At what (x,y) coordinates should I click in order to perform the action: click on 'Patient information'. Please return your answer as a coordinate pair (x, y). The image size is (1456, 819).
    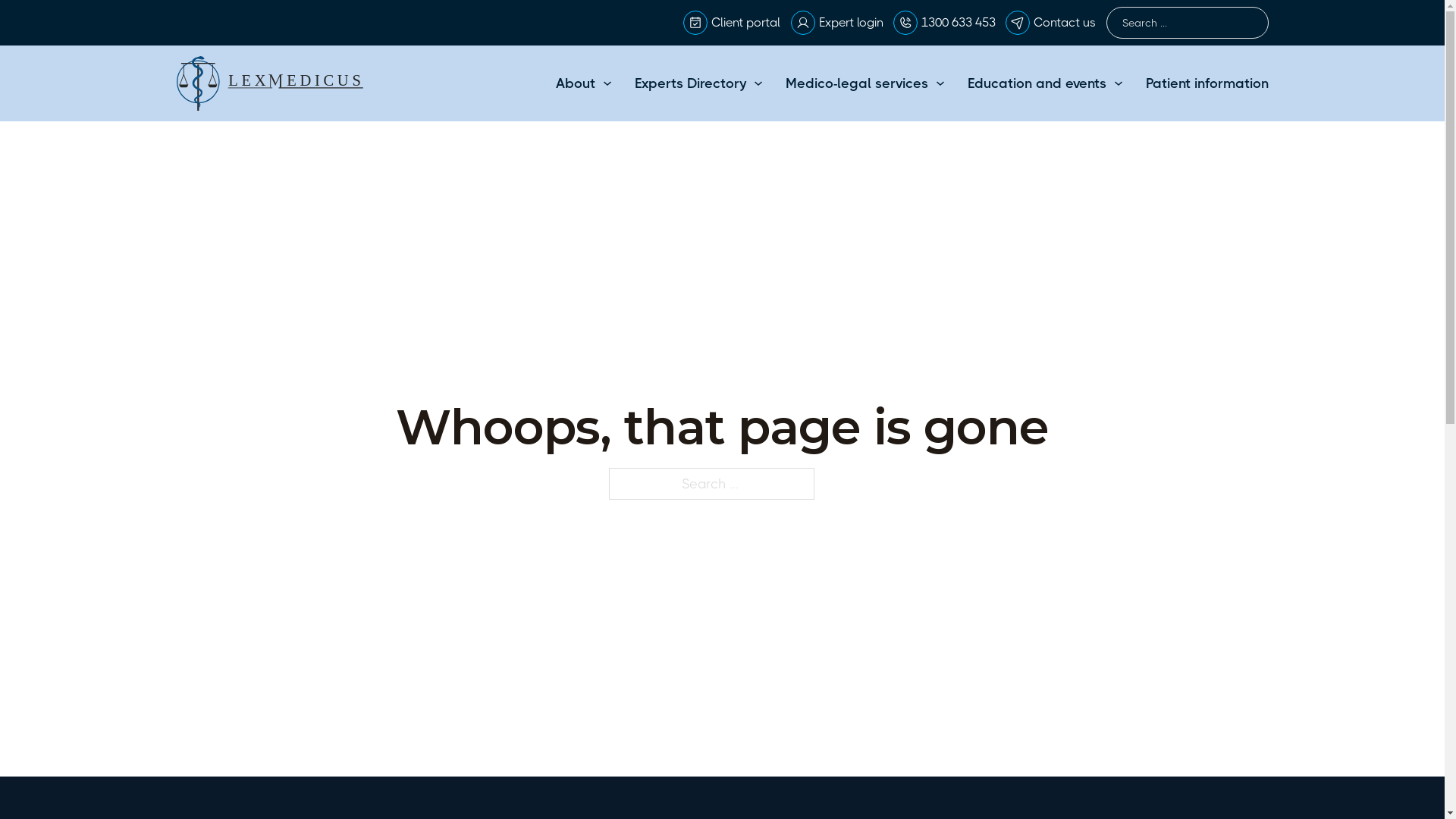
    Looking at the image, I should click on (1205, 83).